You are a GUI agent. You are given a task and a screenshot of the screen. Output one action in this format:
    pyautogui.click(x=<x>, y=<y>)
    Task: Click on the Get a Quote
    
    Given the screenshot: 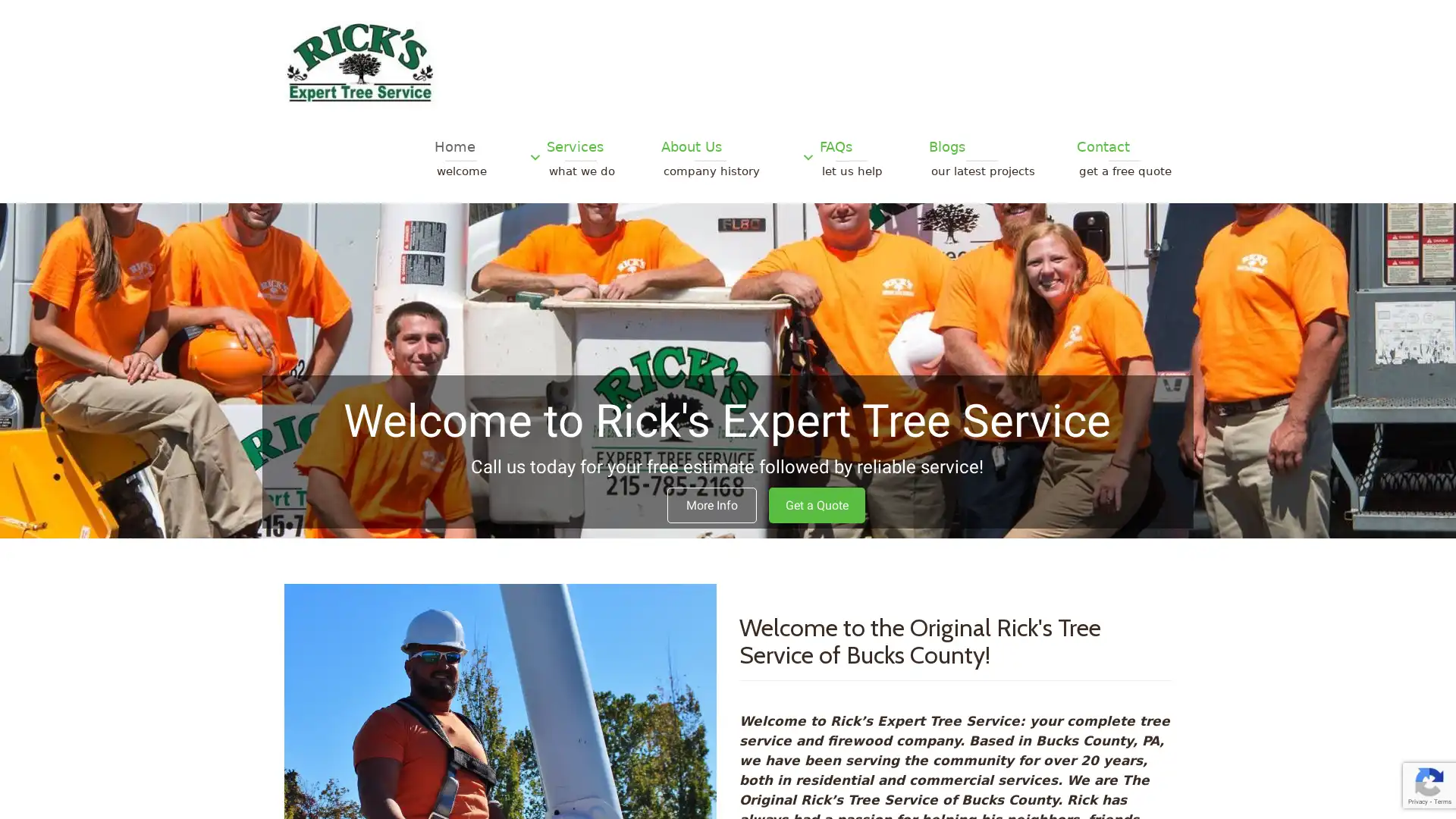 What is the action you would take?
    pyautogui.click(x=816, y=505)
    